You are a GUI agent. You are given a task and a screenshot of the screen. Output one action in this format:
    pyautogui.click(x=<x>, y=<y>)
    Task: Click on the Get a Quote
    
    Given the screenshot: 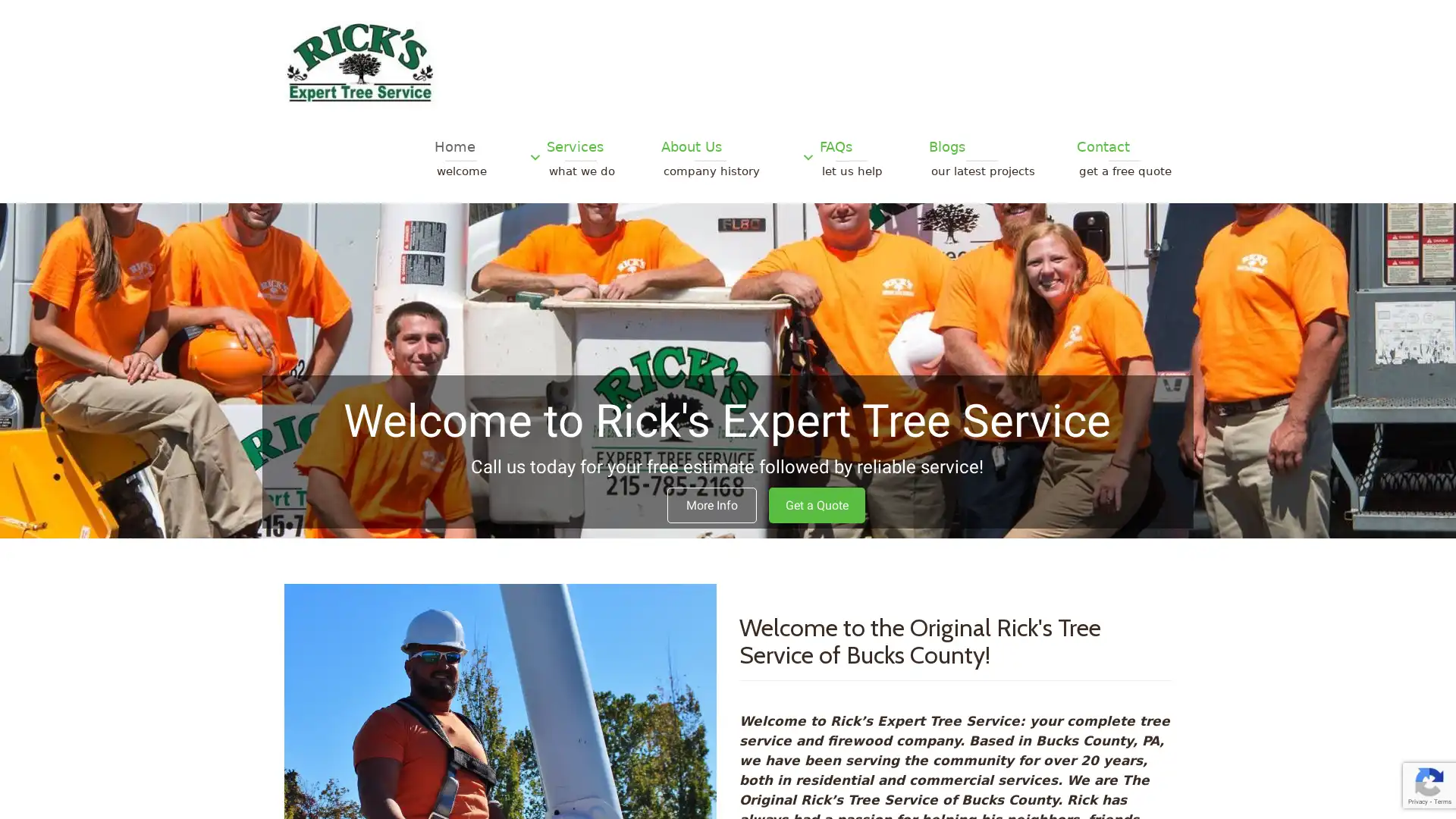 What is the action you would take?
    pyautogui.click(x=816, y=505)
    